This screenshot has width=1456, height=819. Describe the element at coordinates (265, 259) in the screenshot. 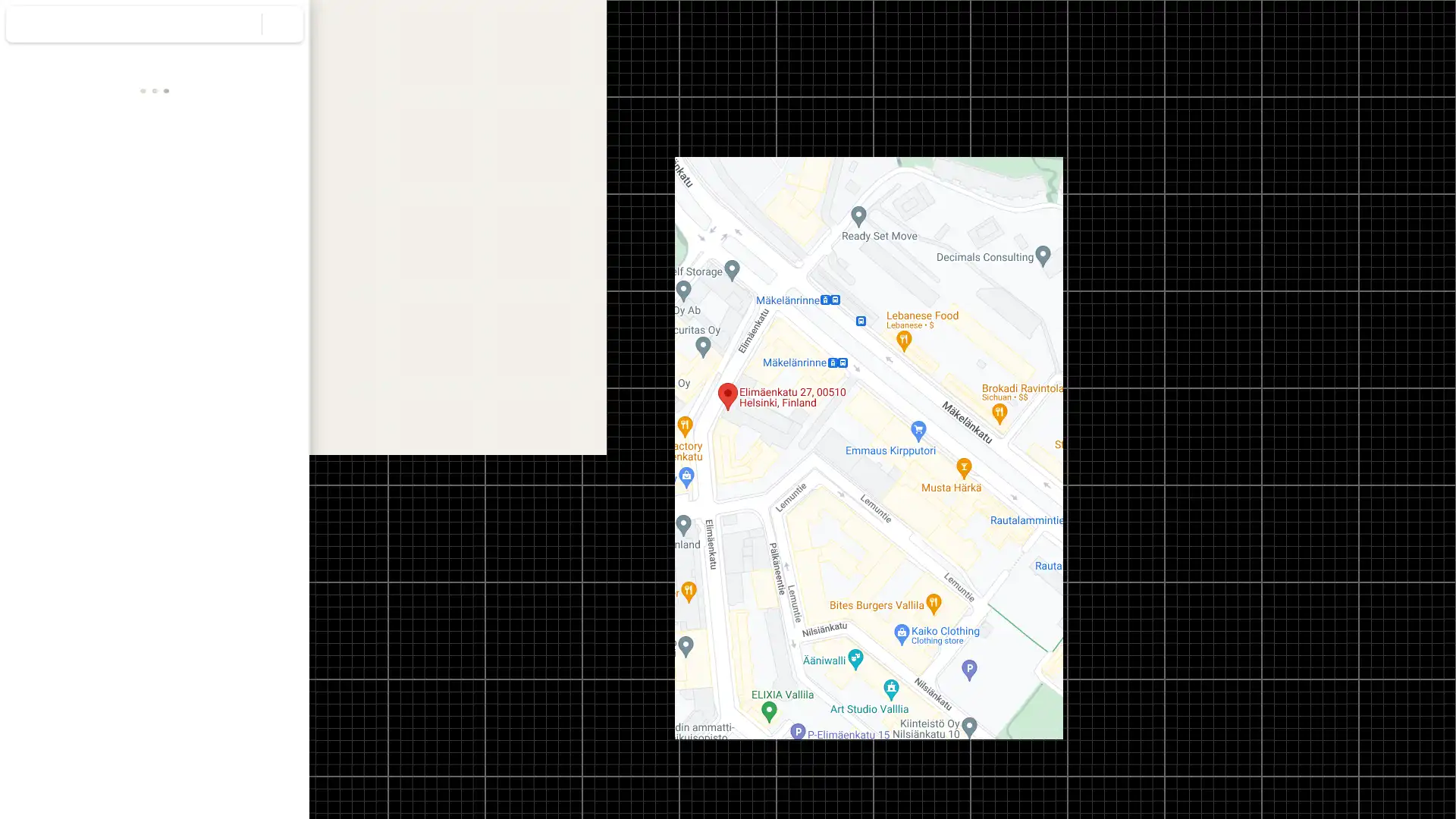

I see `Share Elimaenkatu 27` at that location.